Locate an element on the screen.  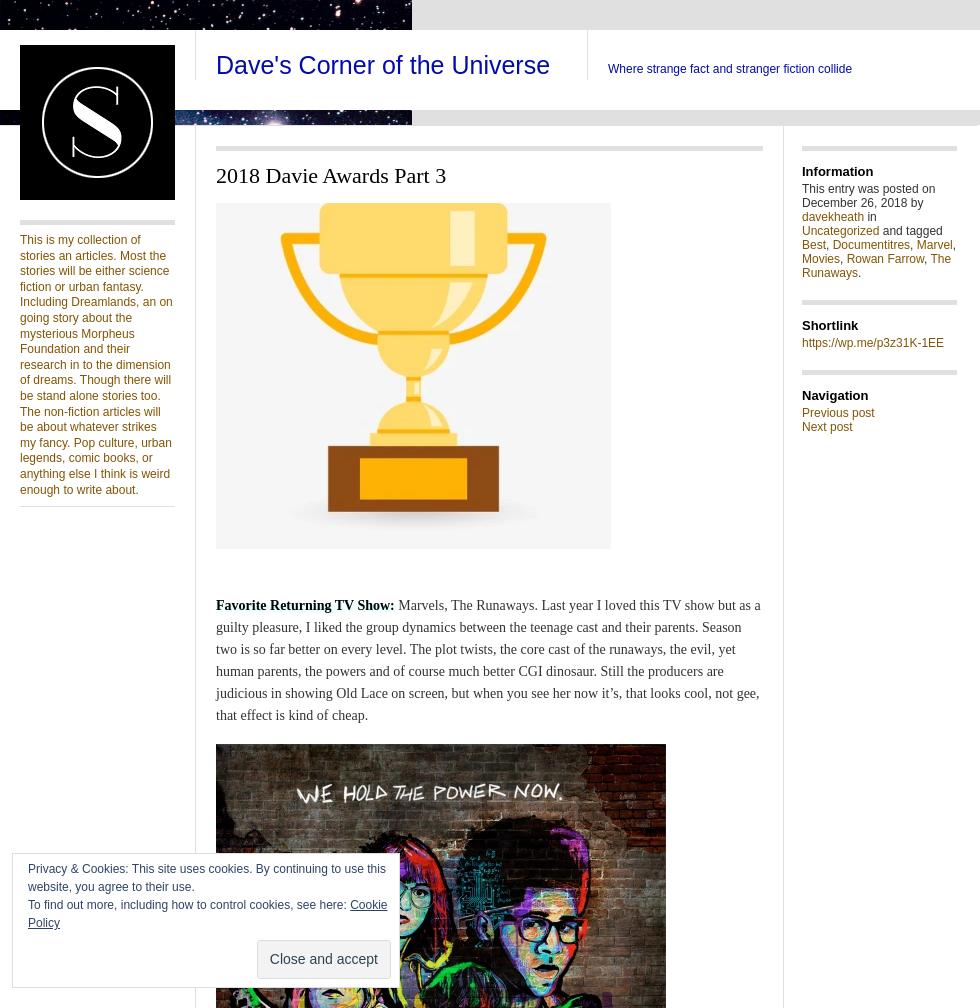
'Shortlink' is located at coordinates (829, 325).